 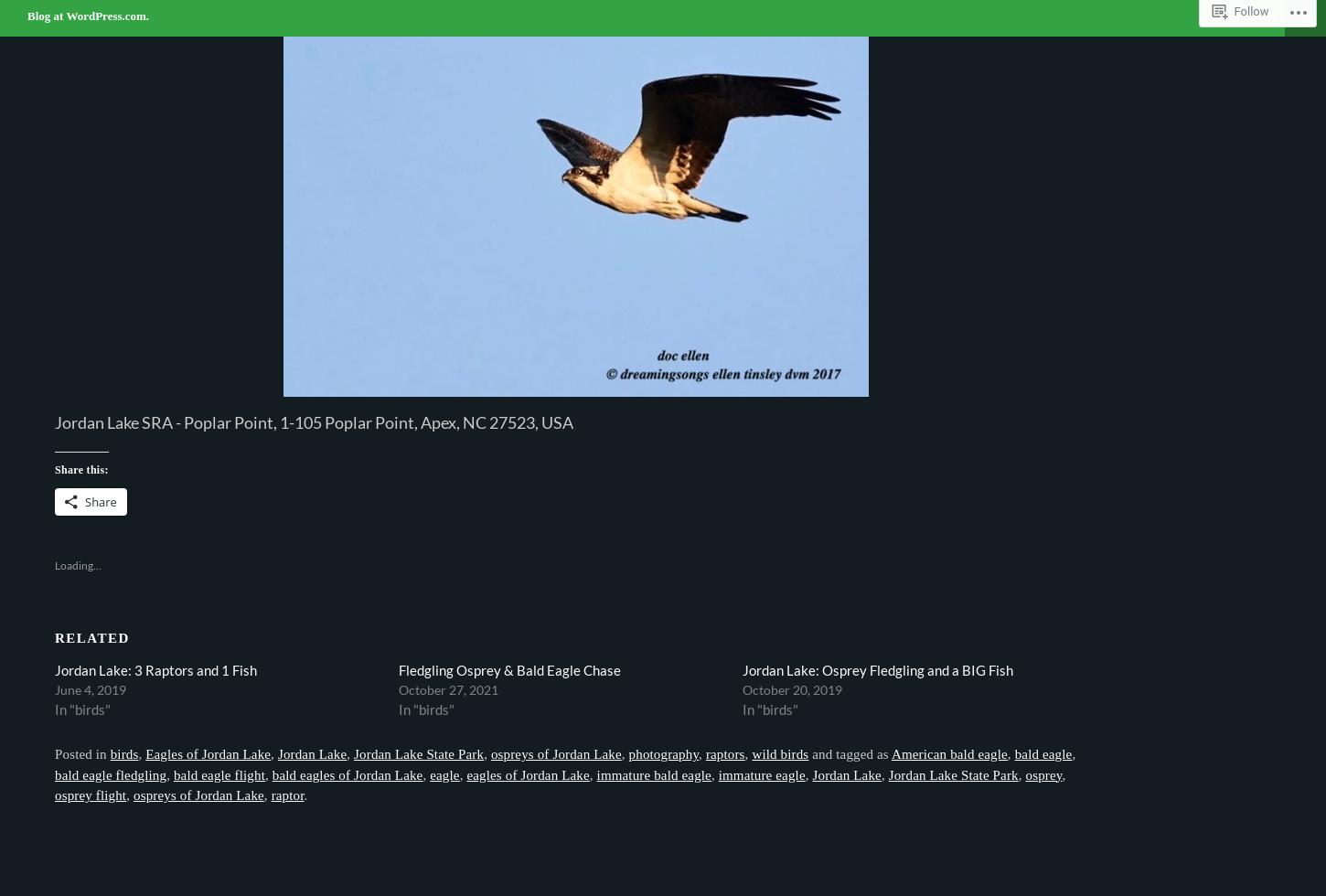 What do you see at coordinates (101, 501) in the screenshot?
I see `'Share'` at bounding box center [101, 501].